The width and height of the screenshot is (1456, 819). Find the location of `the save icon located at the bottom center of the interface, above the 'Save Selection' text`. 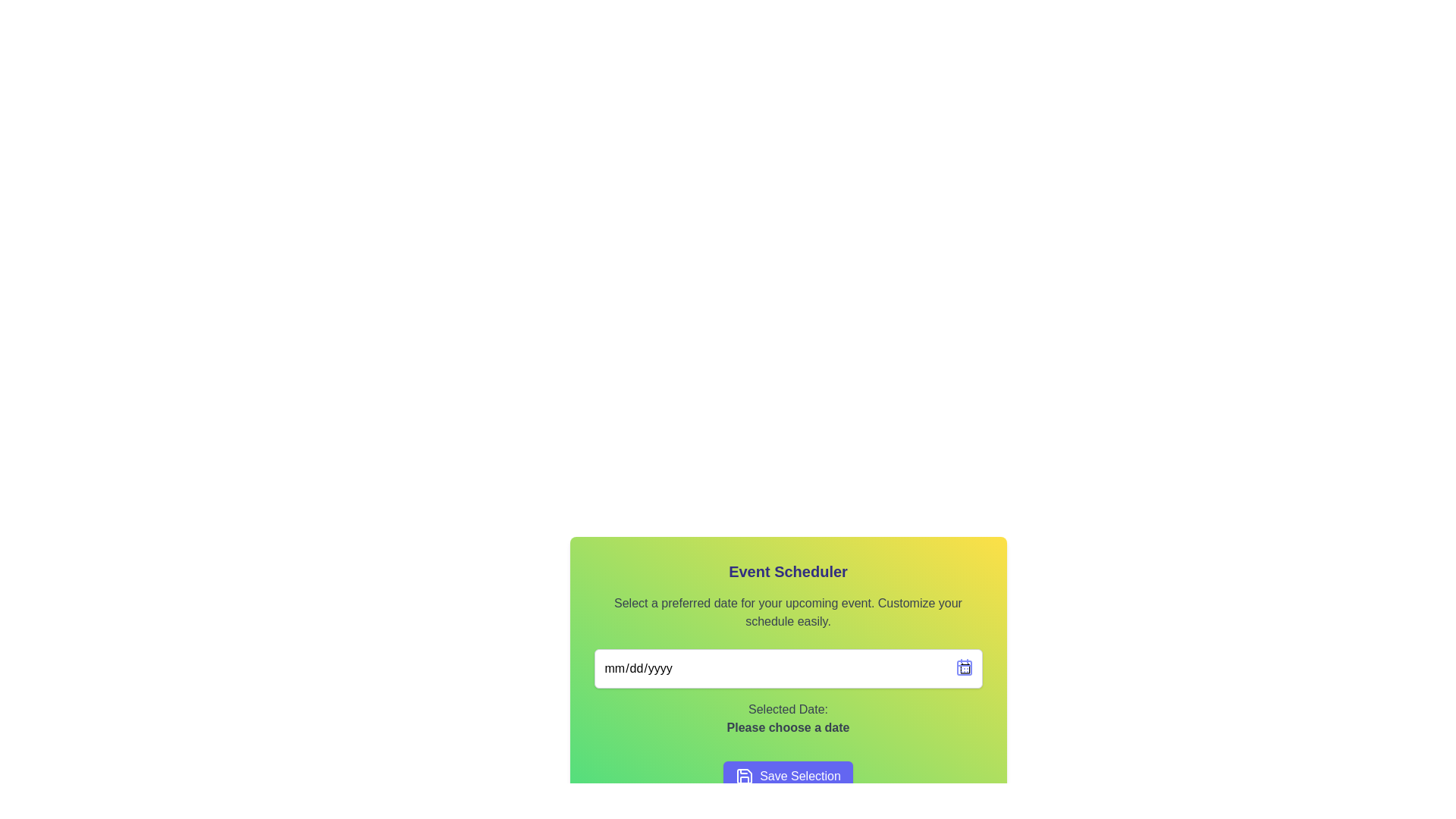

the save icon located at the bottom center of the interface, above the 'Save Selection' text is located at coordinates (745, 776).